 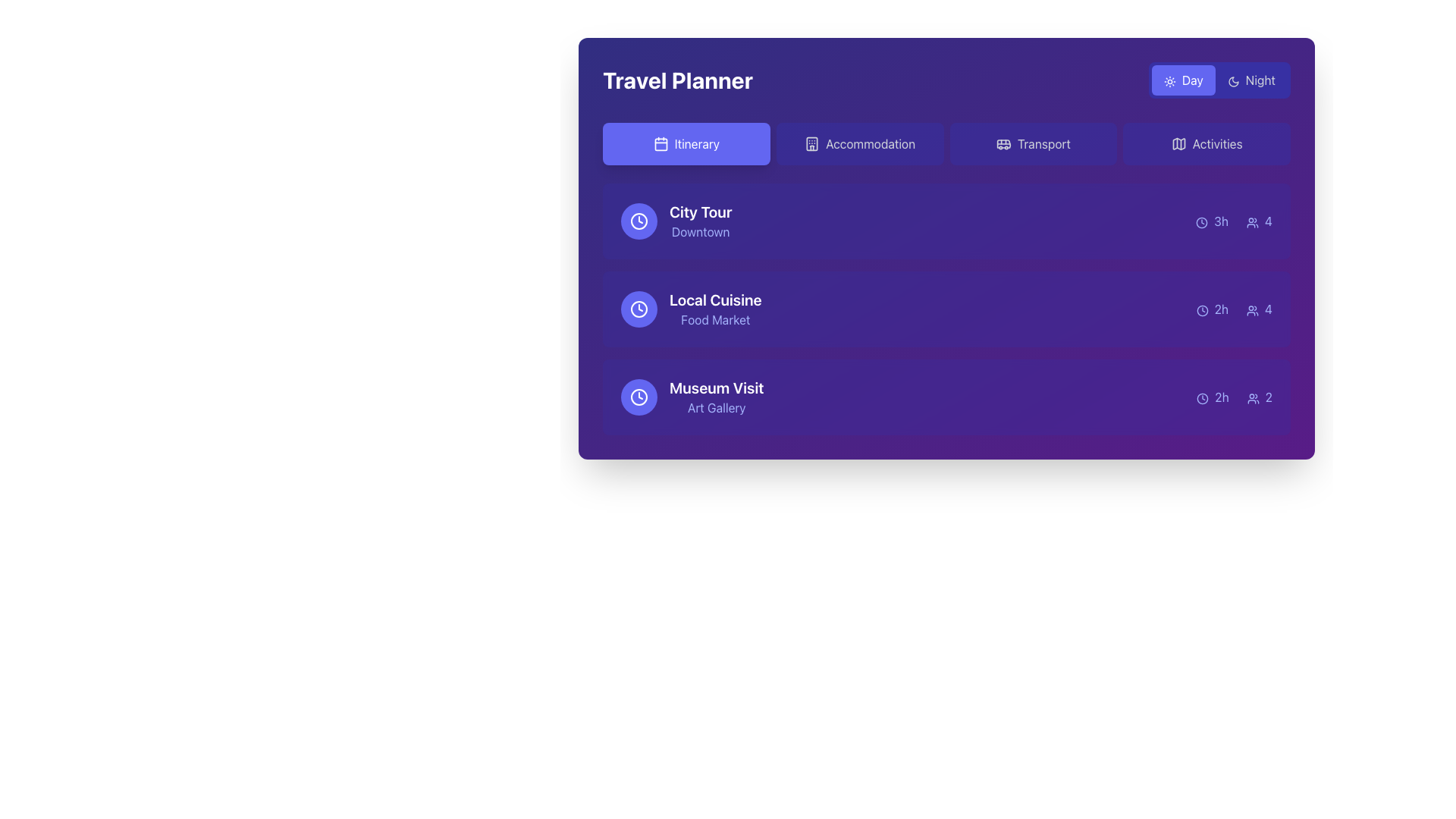 I want to click on the text label displaying 'Food Market' in light indigo color, located below the title 'Local Cuisine' in the dark purple section, so click(x=714, y=318).